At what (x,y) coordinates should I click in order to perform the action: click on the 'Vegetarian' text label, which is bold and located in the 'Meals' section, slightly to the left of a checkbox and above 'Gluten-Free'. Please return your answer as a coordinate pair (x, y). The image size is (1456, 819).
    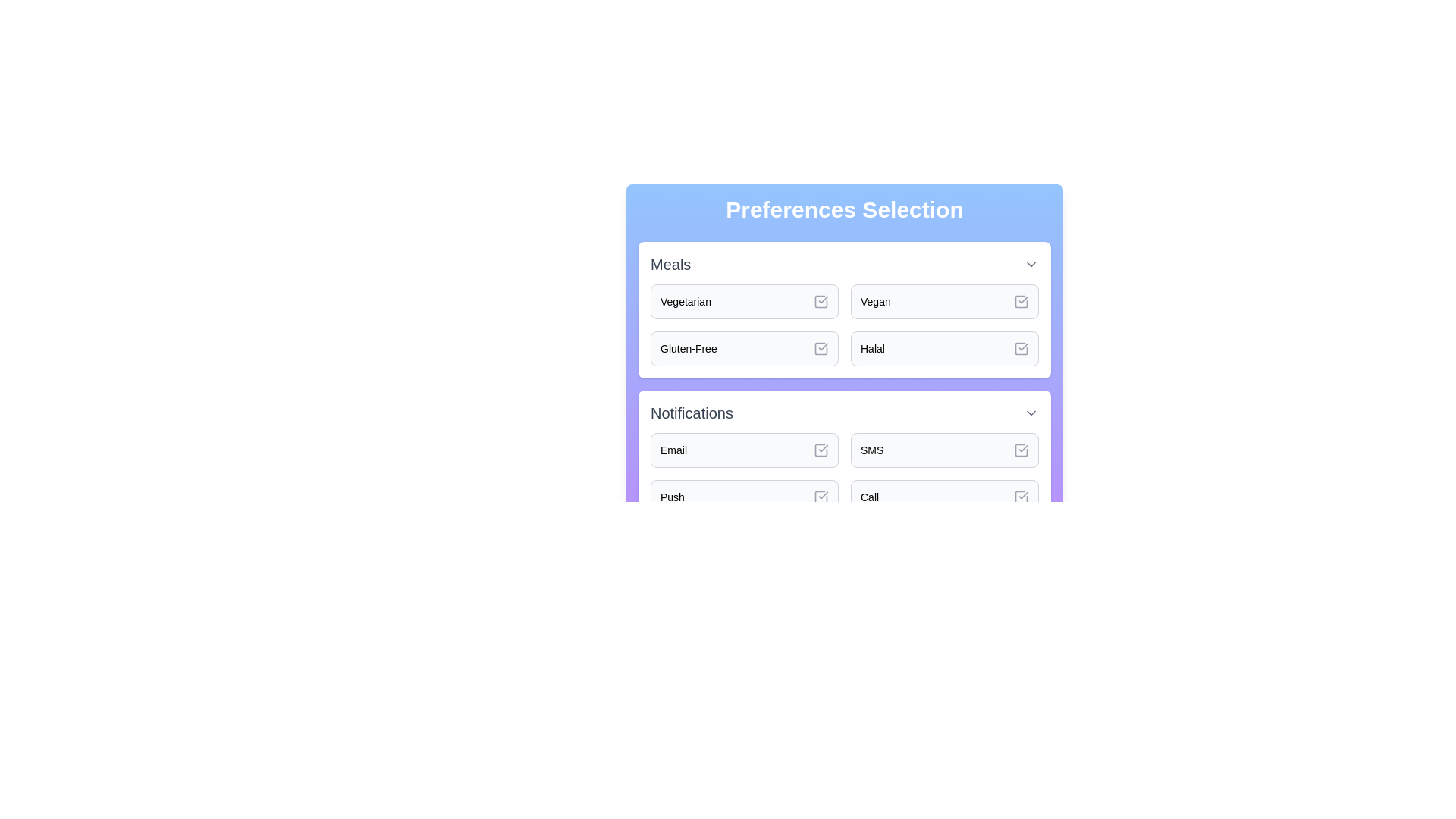
    Looking at the image, I should click on (685, 301).